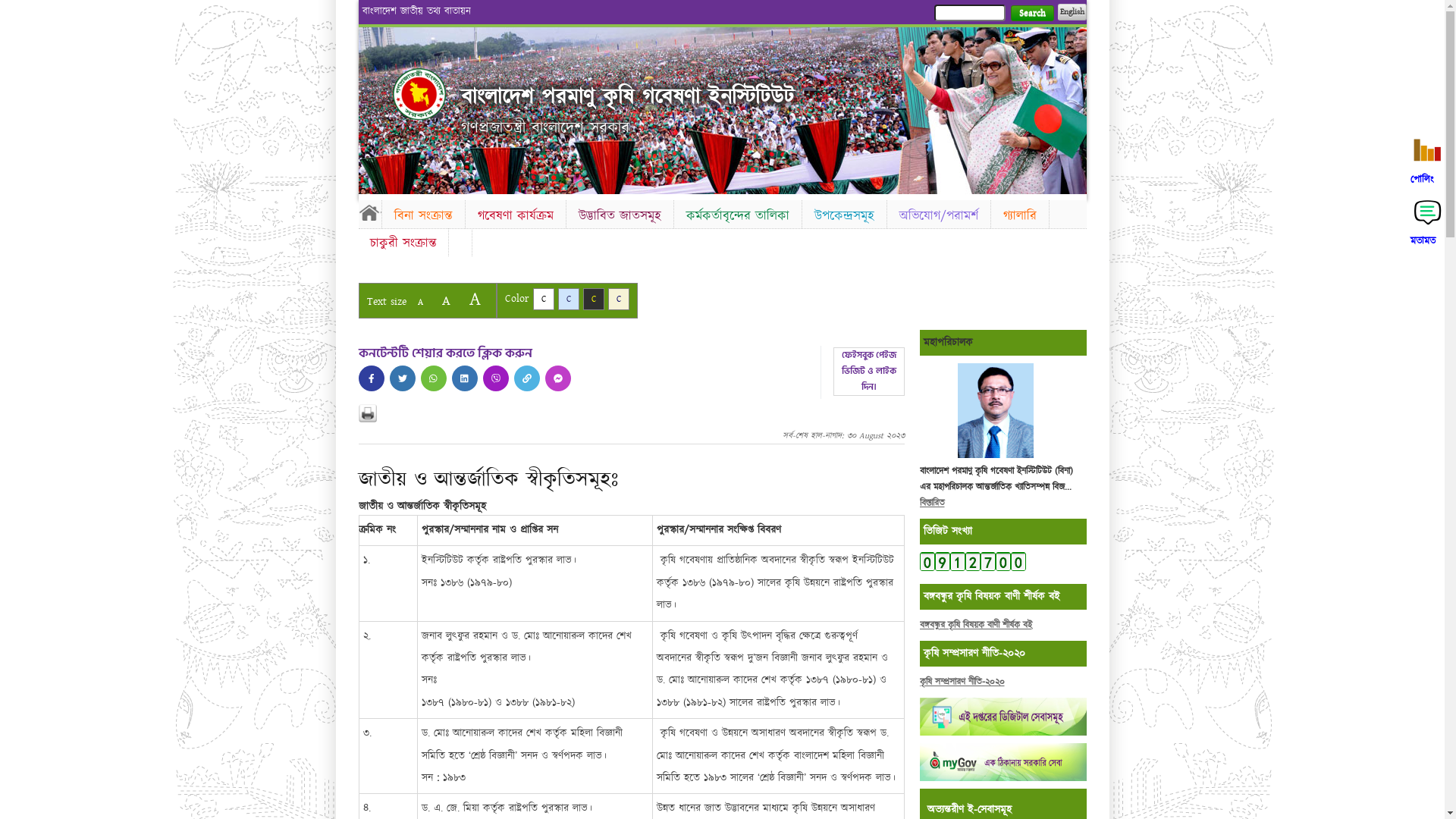 The height and width of the screenshot is (819, 1456). I want to click on 'C', so click(619, 299).